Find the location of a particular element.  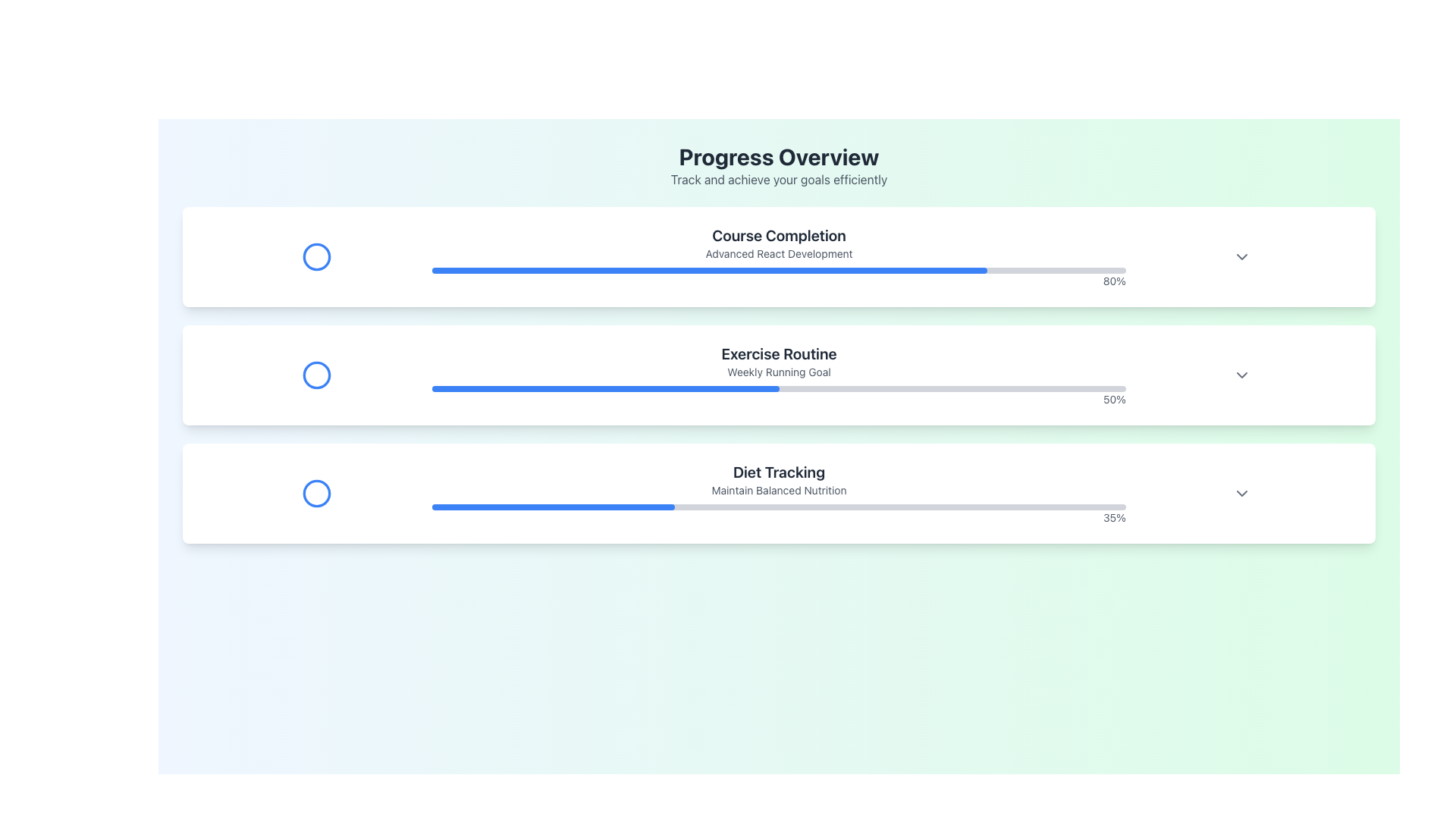

the horizontal progress bar in the 'Diet Tracking' section, which has a gray background and a blue segment indicating 35% progress is located at coordinates (779, 507).